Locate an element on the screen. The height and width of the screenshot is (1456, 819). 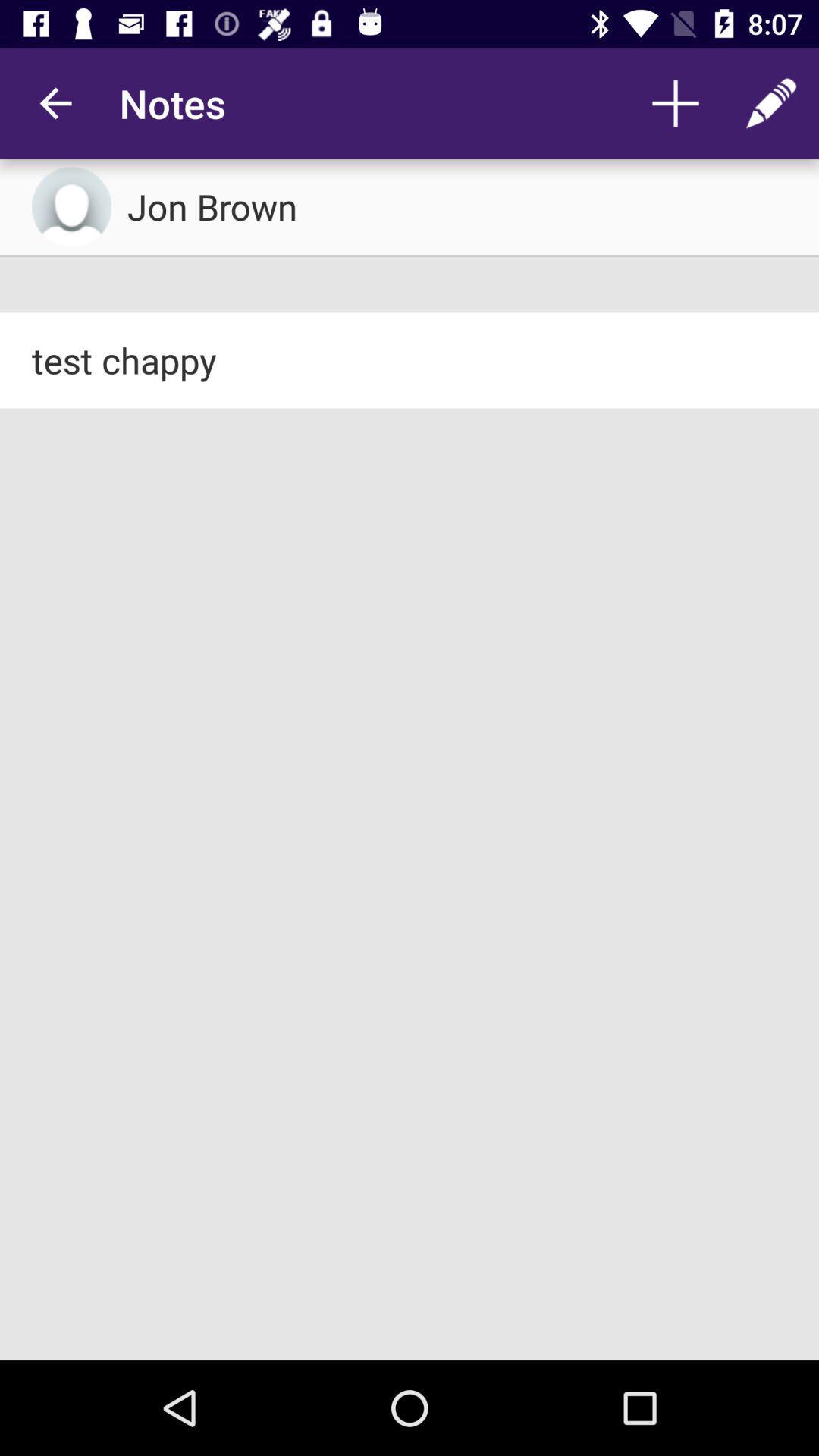
the app next to the notes item is located at coordinates (55, 102).